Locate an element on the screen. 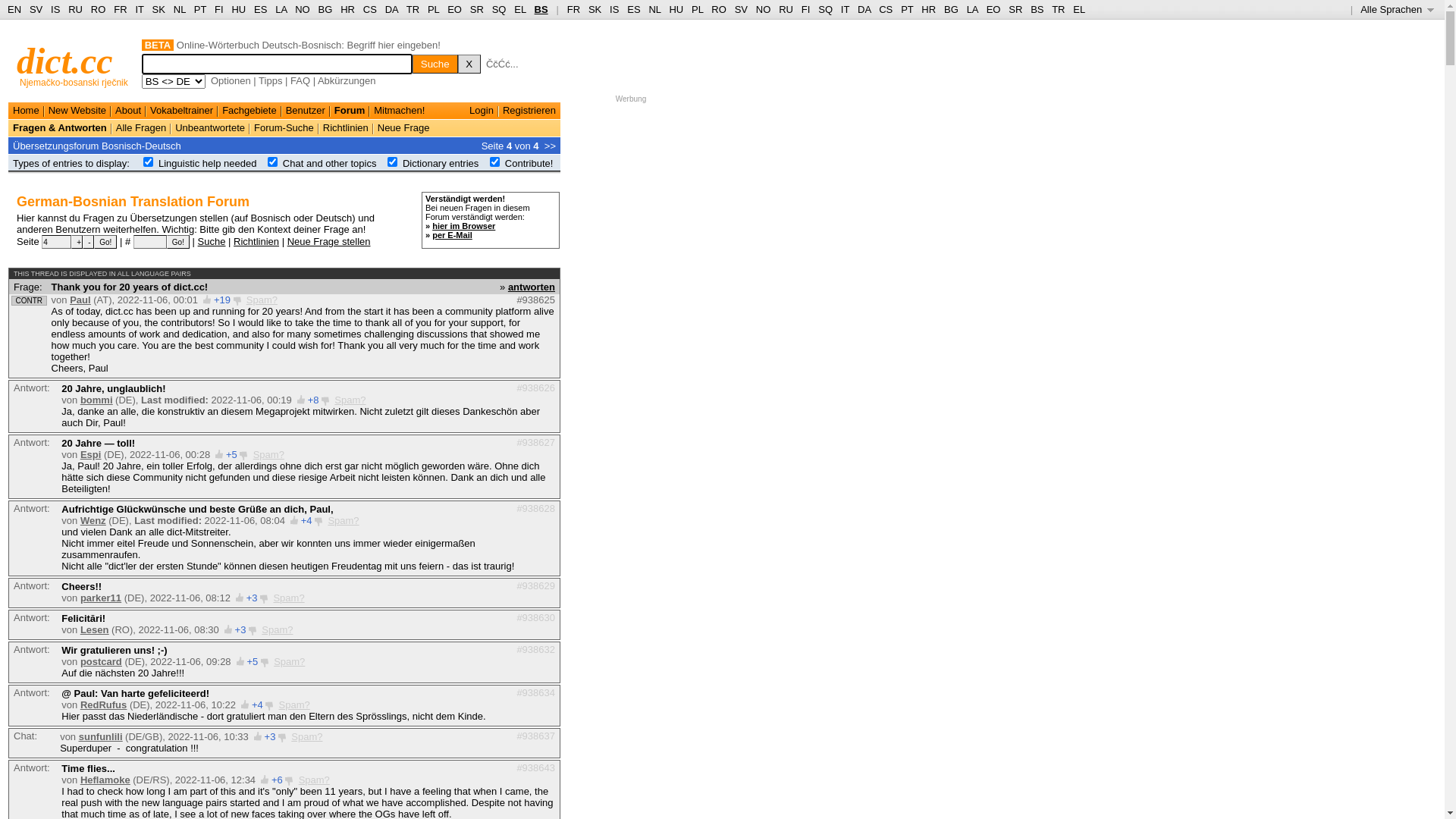 Image resolution: width=1456 pixels, height=819 pixels. 'TR' is located at coordinates (413, 9).